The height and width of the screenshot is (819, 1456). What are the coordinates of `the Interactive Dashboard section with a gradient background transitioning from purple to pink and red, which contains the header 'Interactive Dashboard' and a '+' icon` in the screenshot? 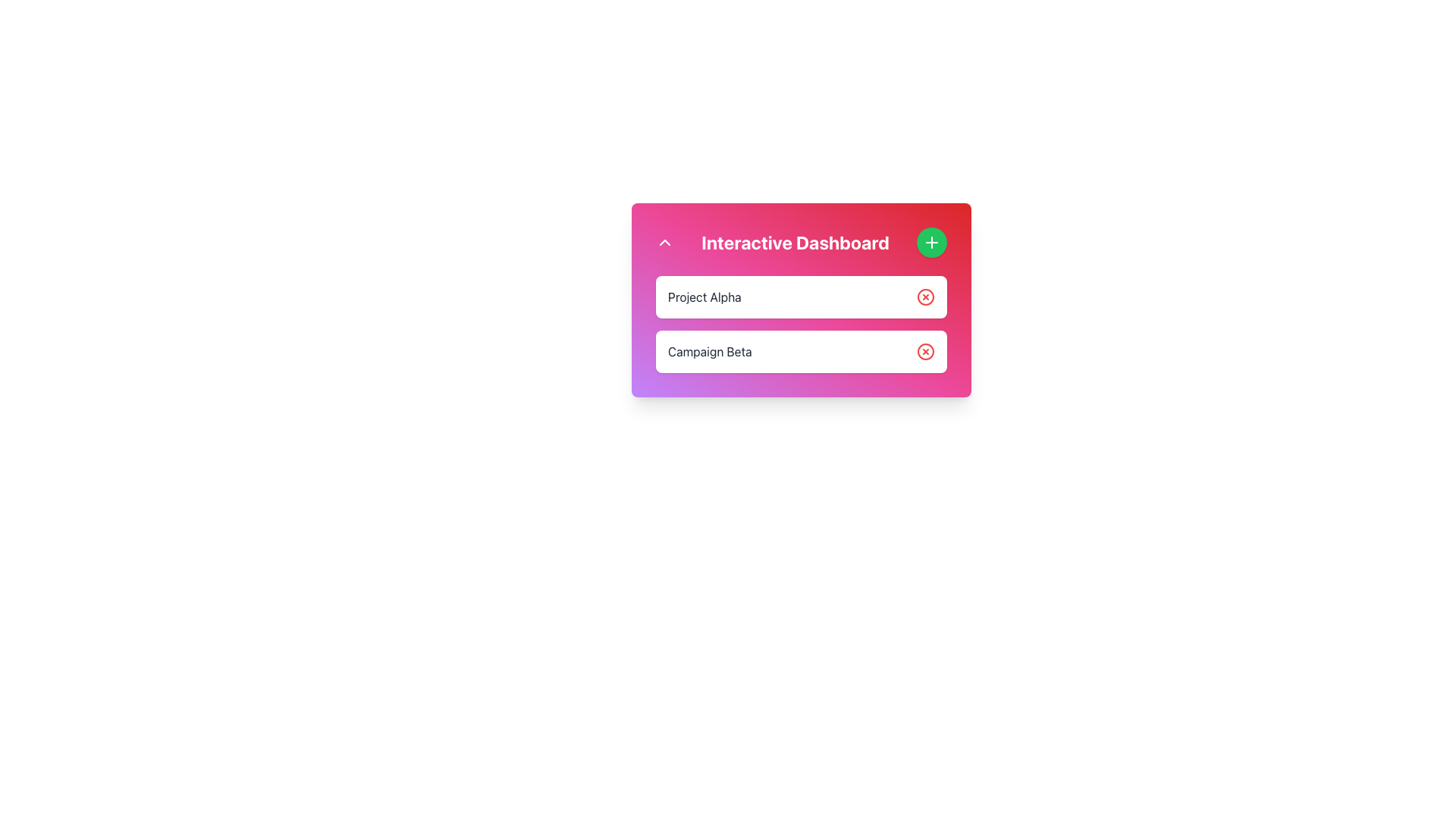 It's located at (800, 300).